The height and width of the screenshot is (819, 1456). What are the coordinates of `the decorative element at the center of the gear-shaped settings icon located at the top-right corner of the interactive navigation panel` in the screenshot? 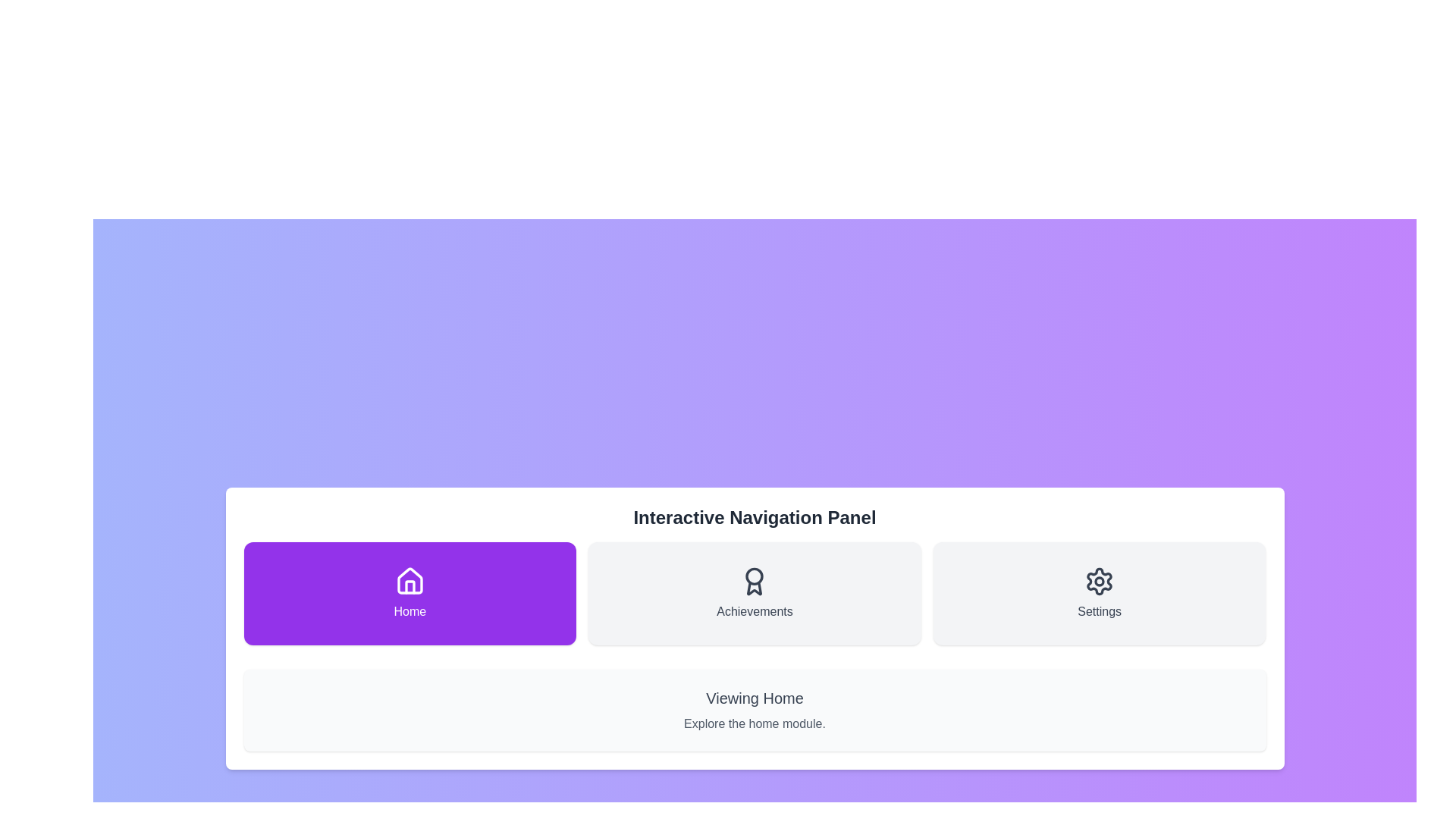 It's located at (1100, 581).